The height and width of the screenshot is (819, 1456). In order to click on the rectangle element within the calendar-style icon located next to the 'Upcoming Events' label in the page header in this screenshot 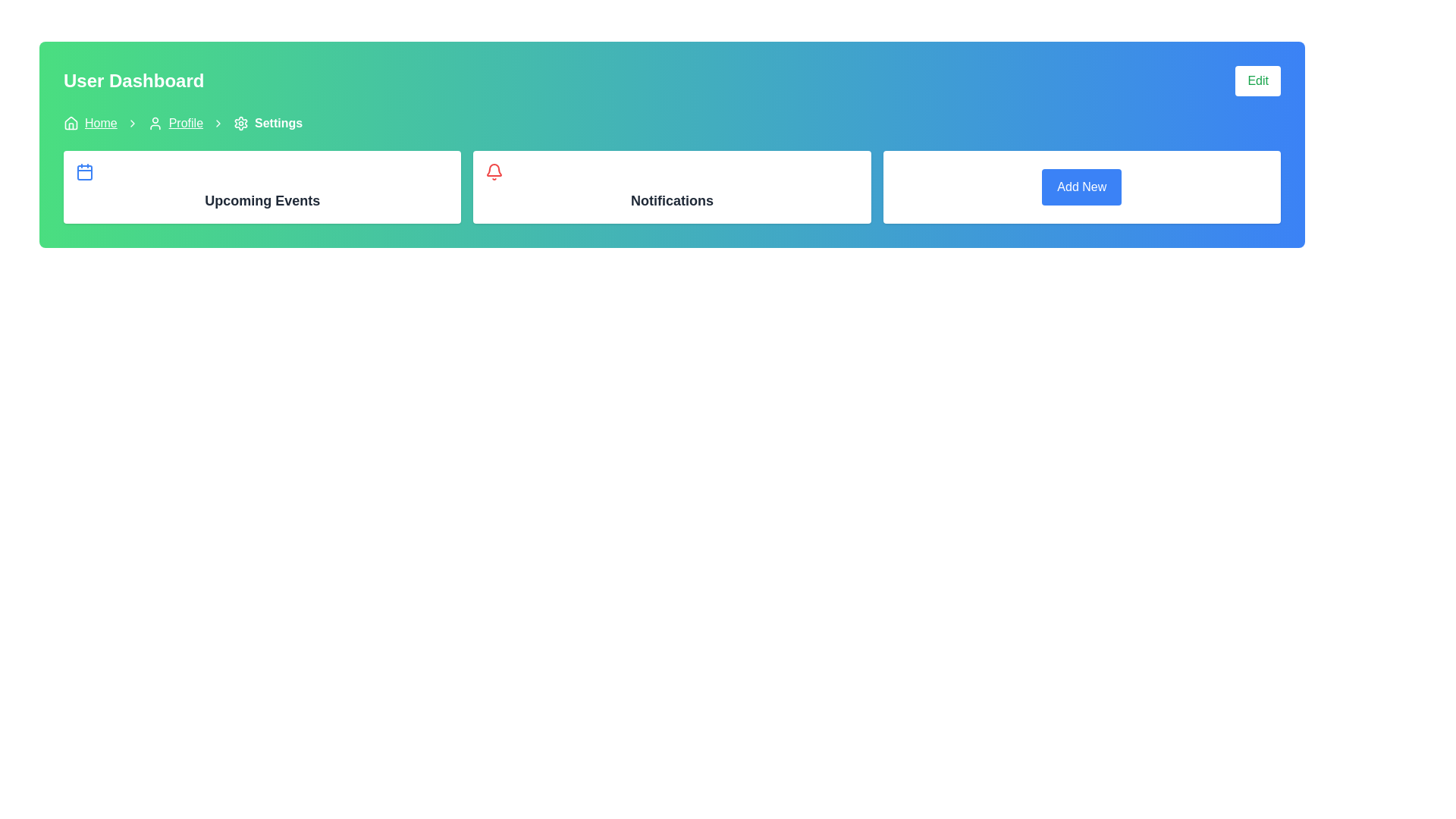, I will do `click(83, 171)`.